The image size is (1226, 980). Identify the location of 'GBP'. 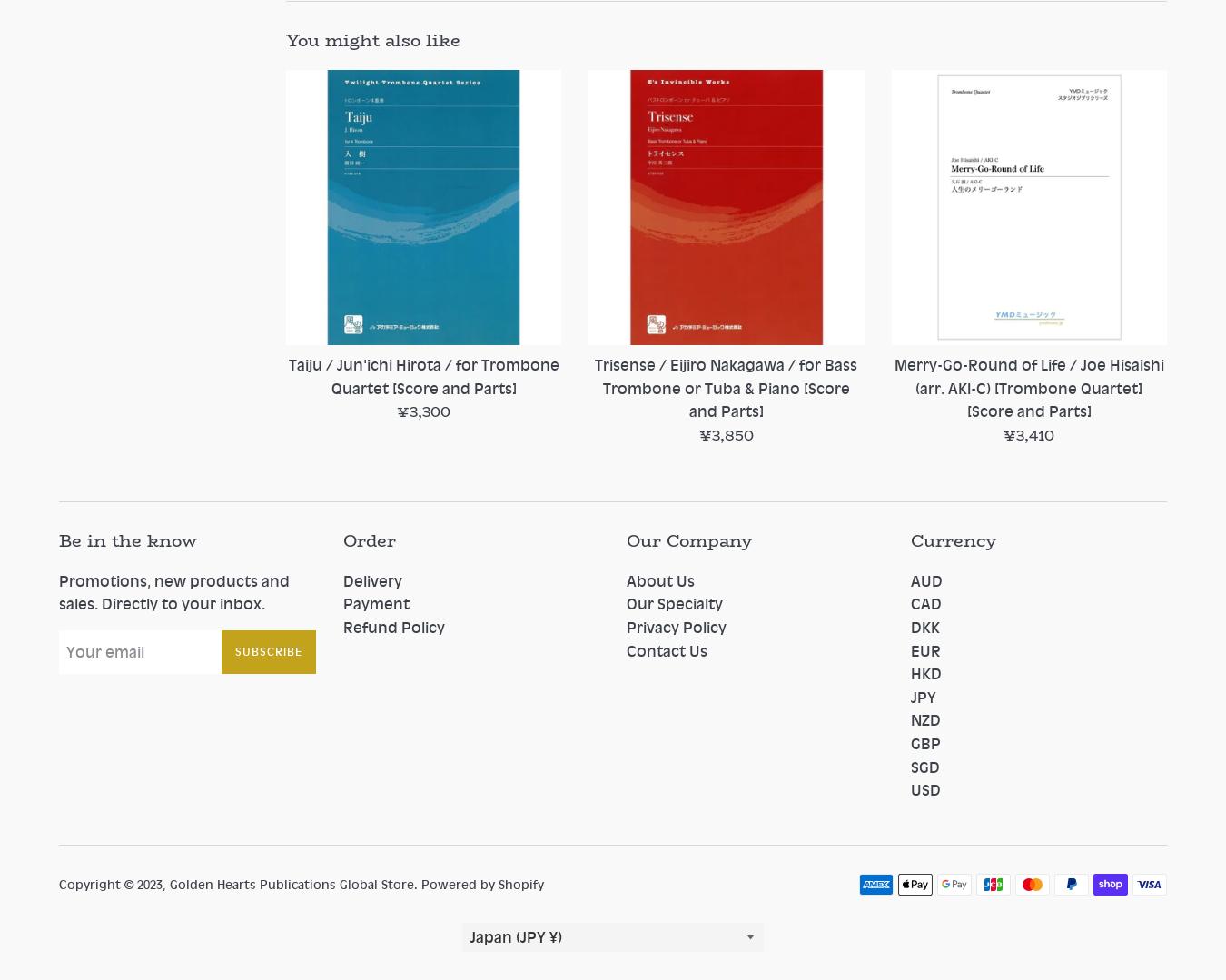
(908, 742).